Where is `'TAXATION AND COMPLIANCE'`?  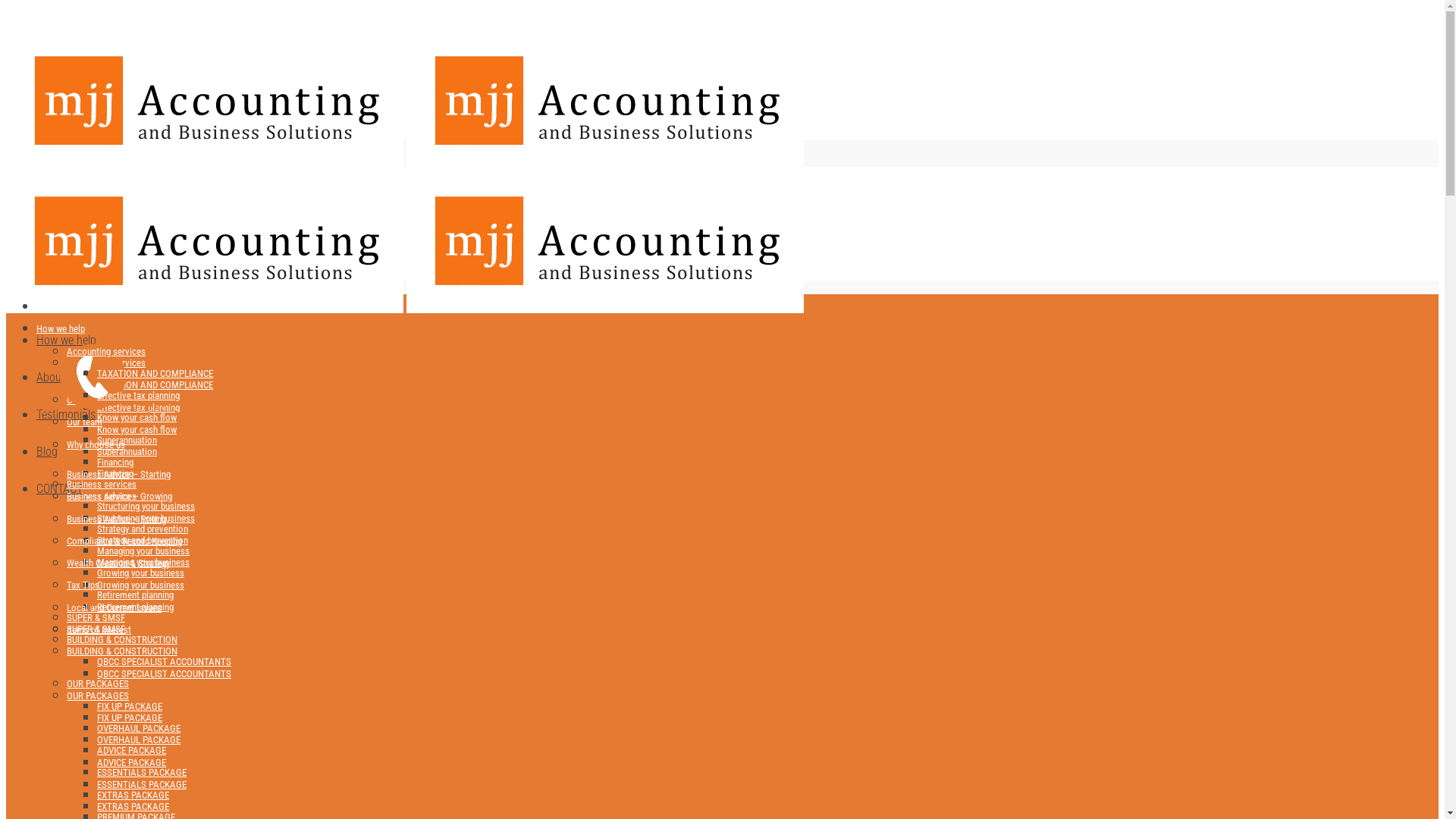 'TAXATION AND COMPLIANCE' is located at coordinates (155, 384).